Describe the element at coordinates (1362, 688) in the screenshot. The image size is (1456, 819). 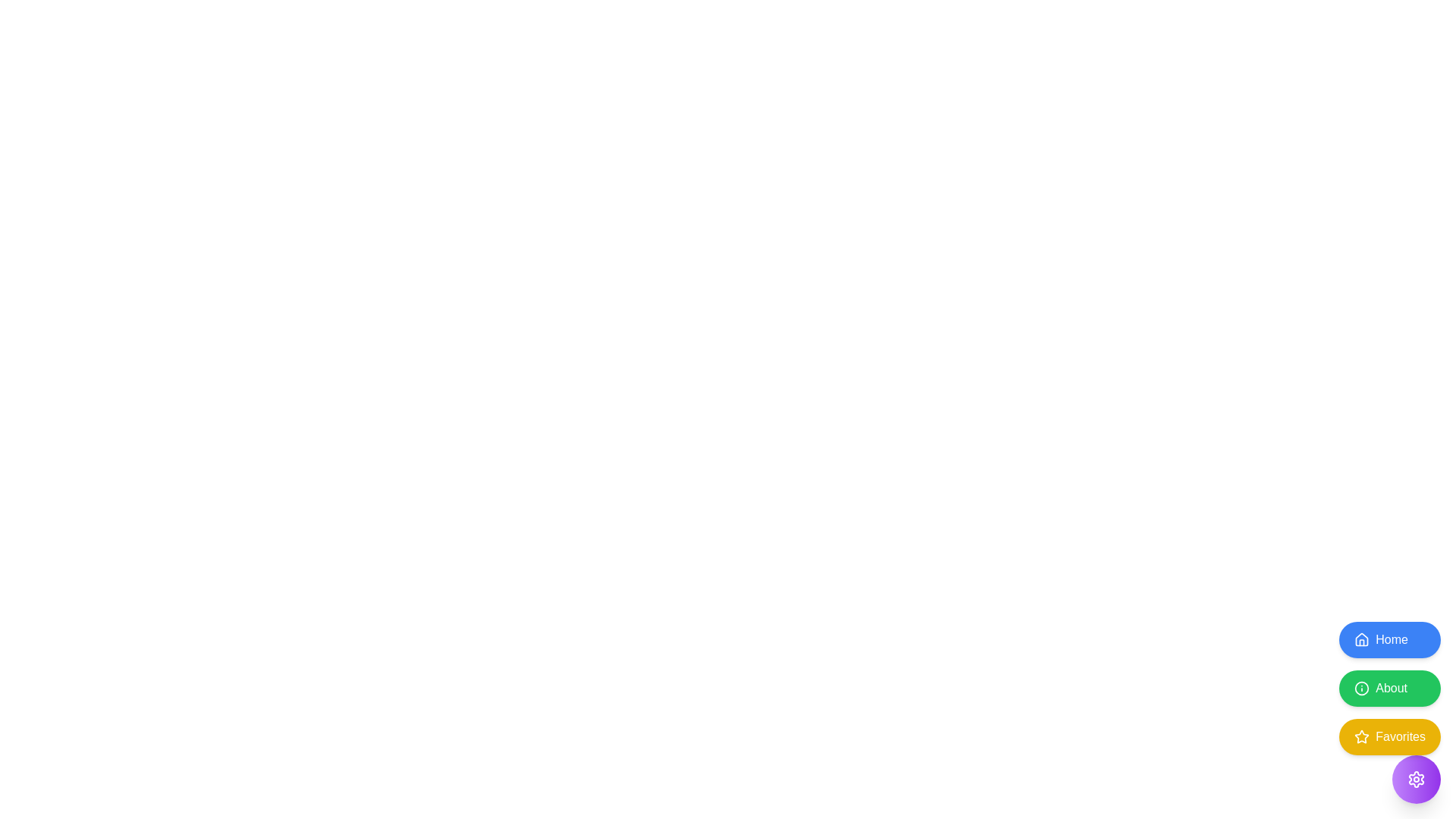
I see `the larger circular icon in the 'About' button` at that location.